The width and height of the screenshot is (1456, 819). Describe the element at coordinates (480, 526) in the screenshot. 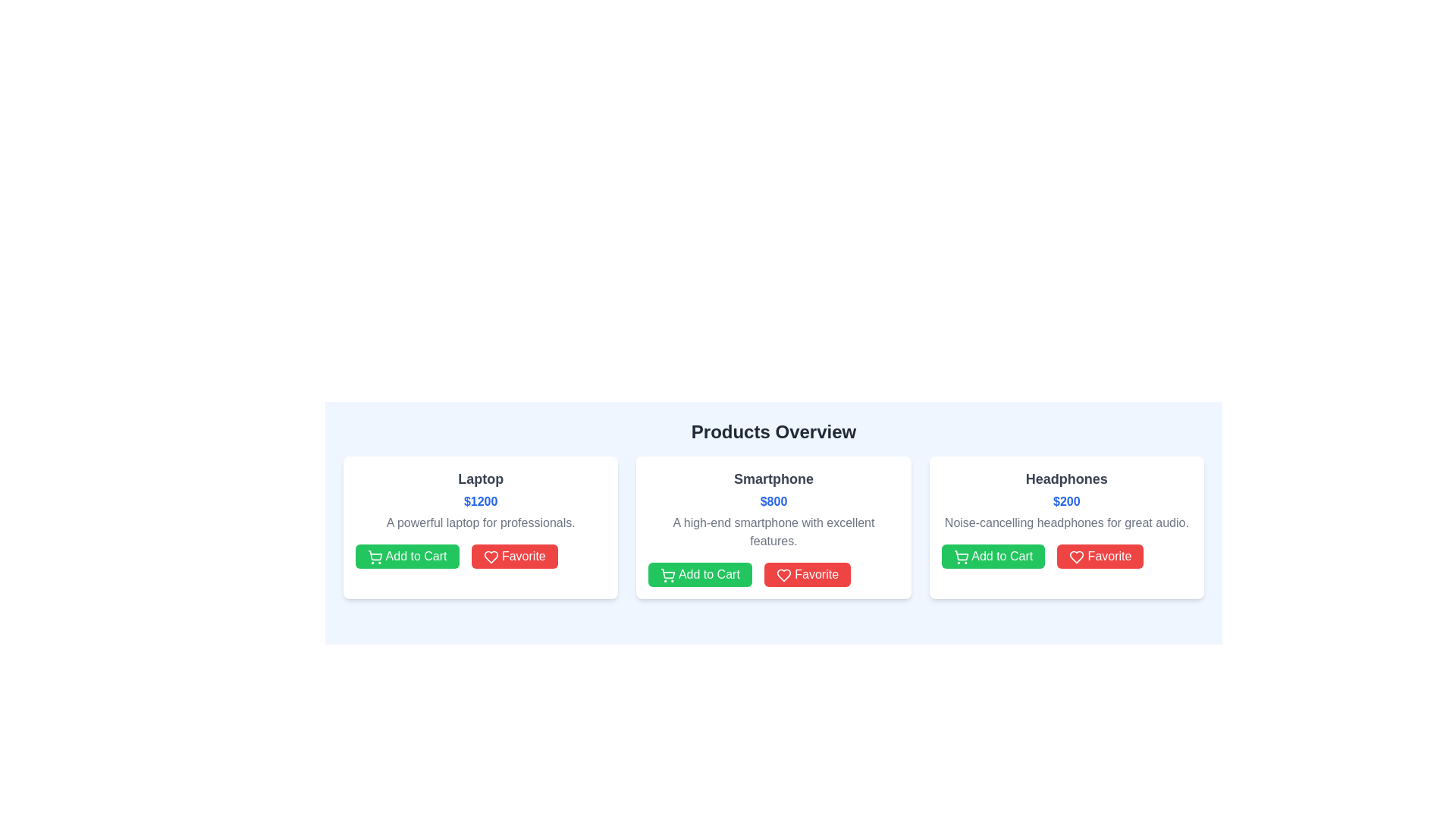

I see `to select the Product card, which is the first item` at that location.